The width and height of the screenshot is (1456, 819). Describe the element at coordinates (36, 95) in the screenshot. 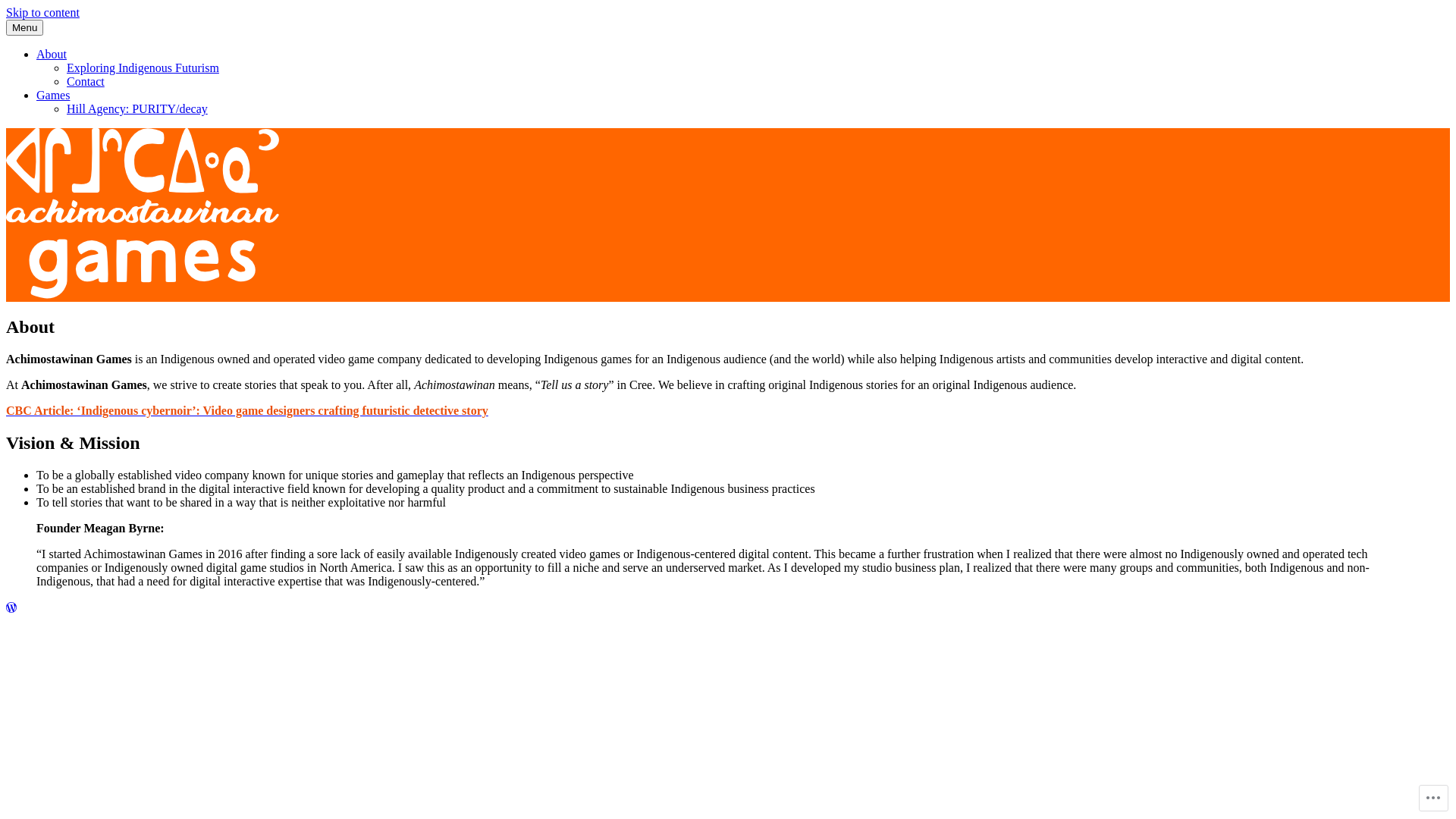

I see `'Games'` at that location.